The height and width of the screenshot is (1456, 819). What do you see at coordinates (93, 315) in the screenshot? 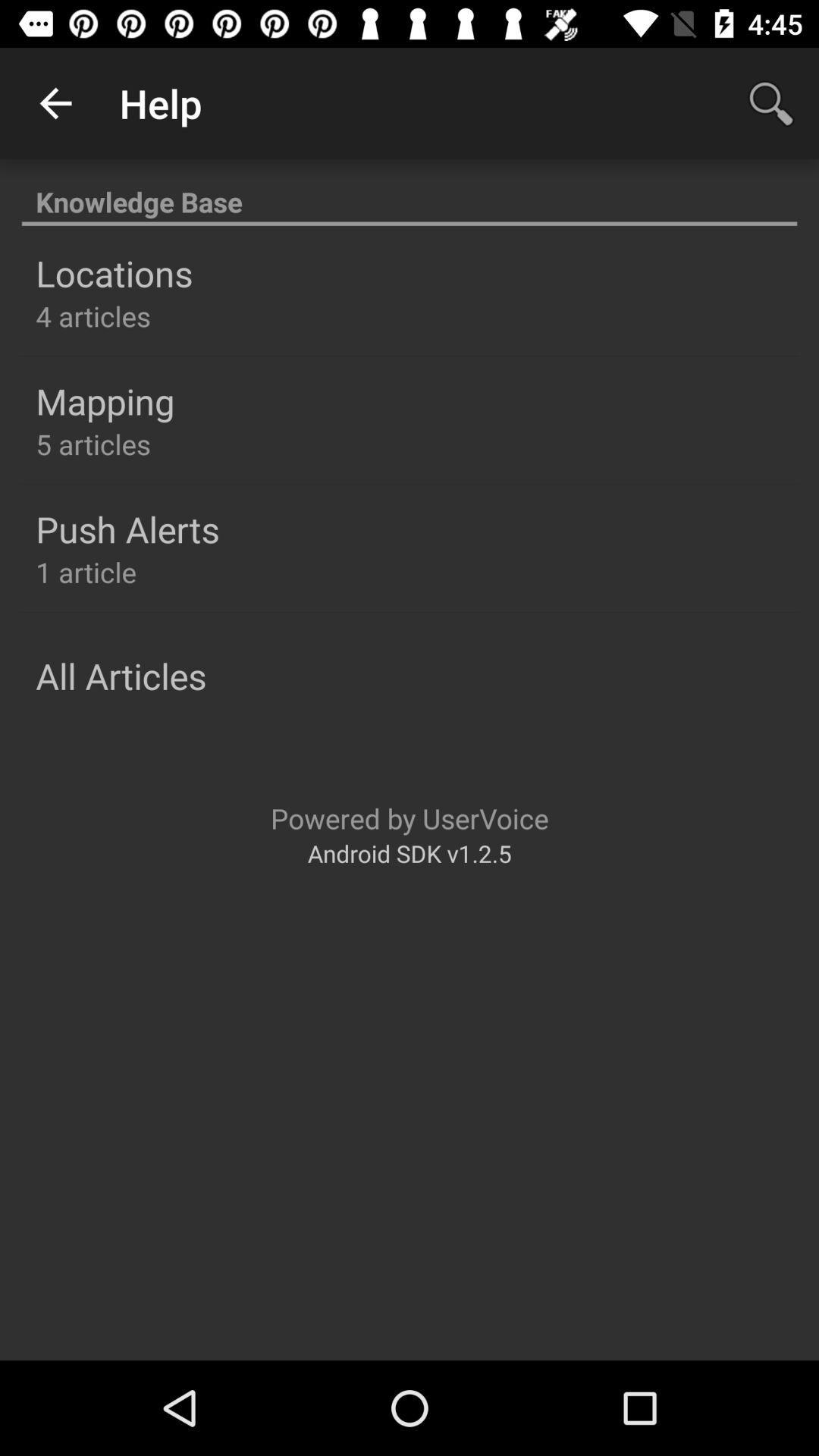
I see `the 4 articles icon` at bounding box center [93, 315].